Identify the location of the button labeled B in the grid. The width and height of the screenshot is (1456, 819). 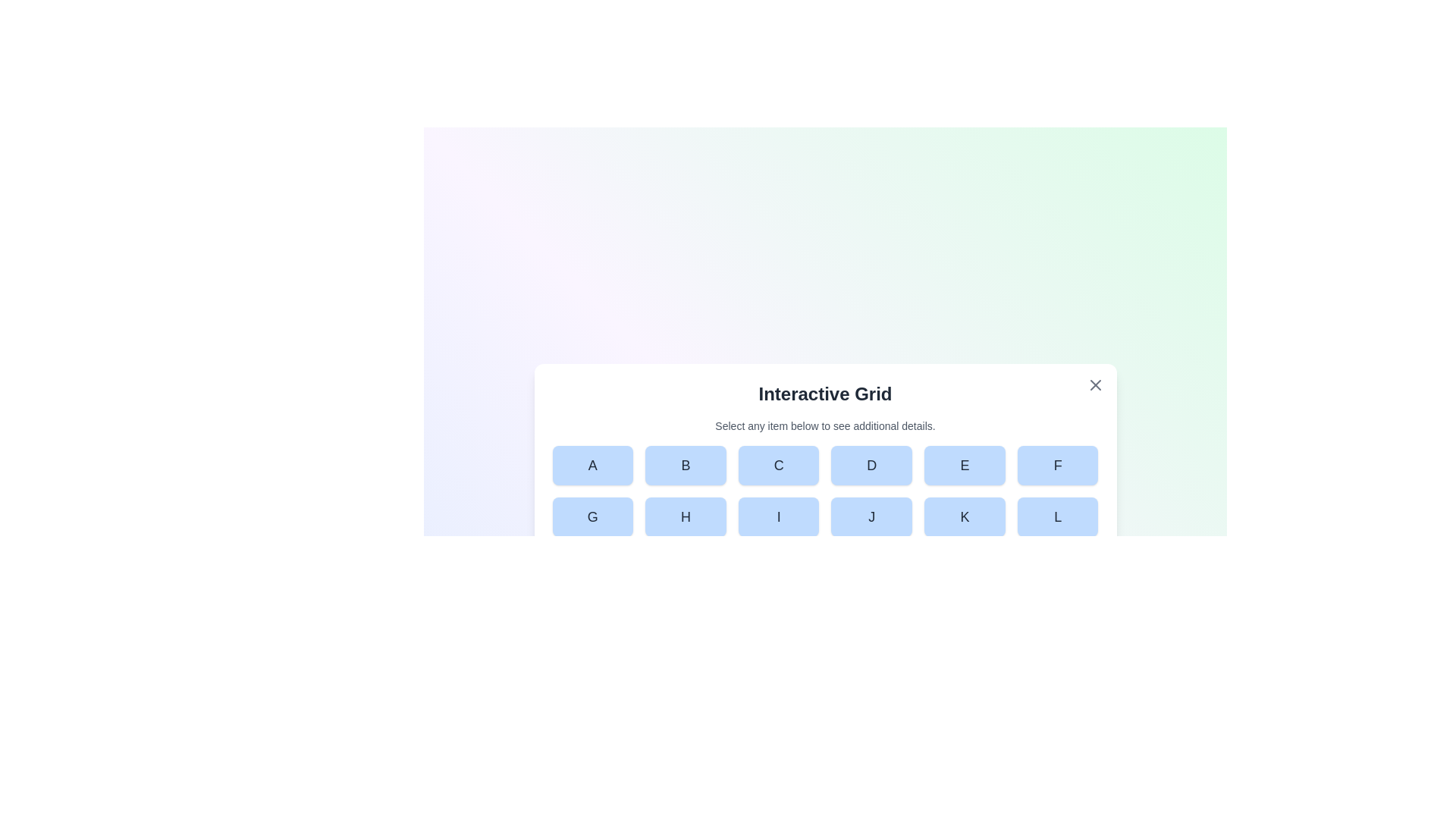
(685, 464).